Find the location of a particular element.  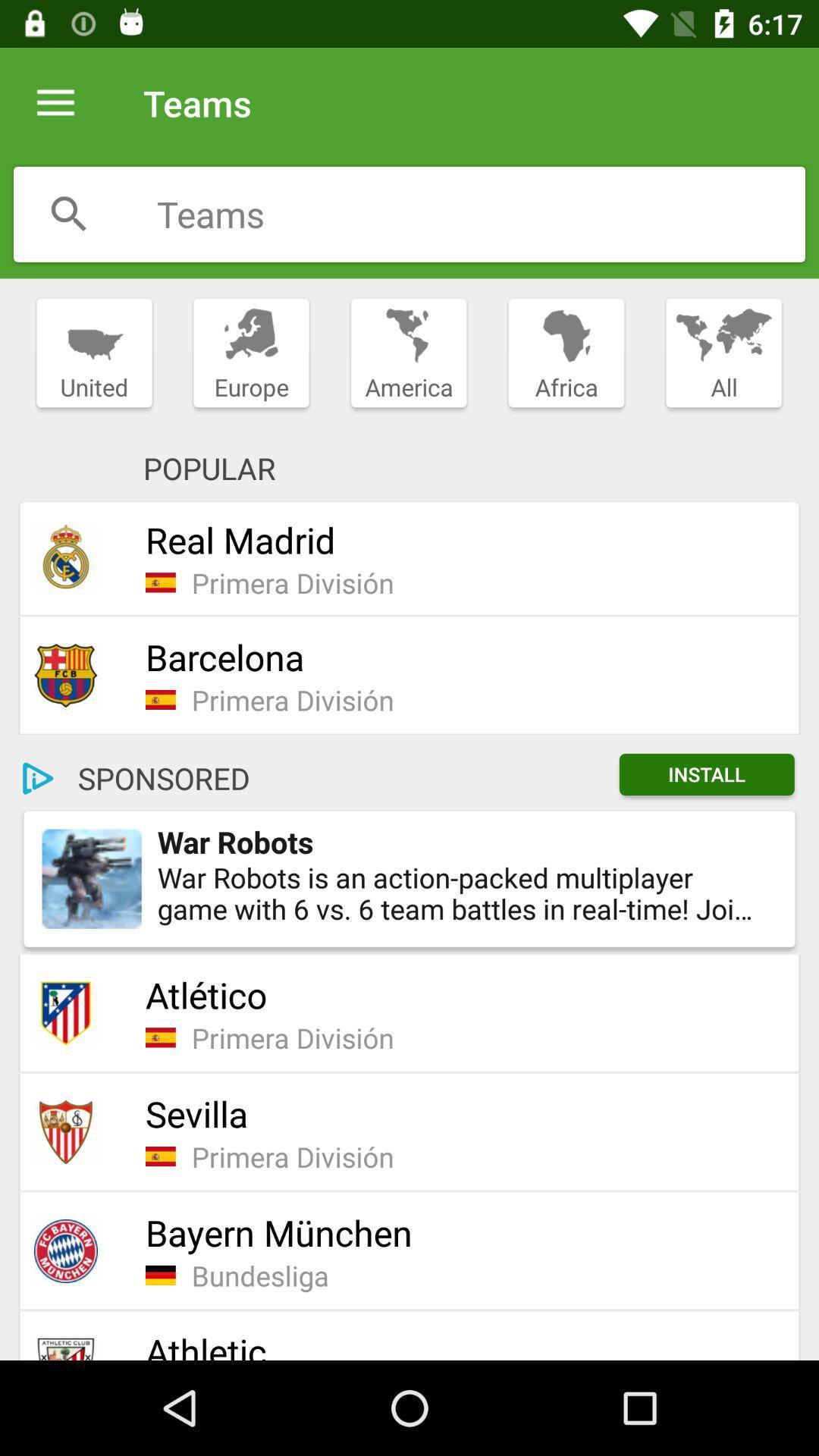

the icon to the right of the united states item is located at coordinates (250, 353).